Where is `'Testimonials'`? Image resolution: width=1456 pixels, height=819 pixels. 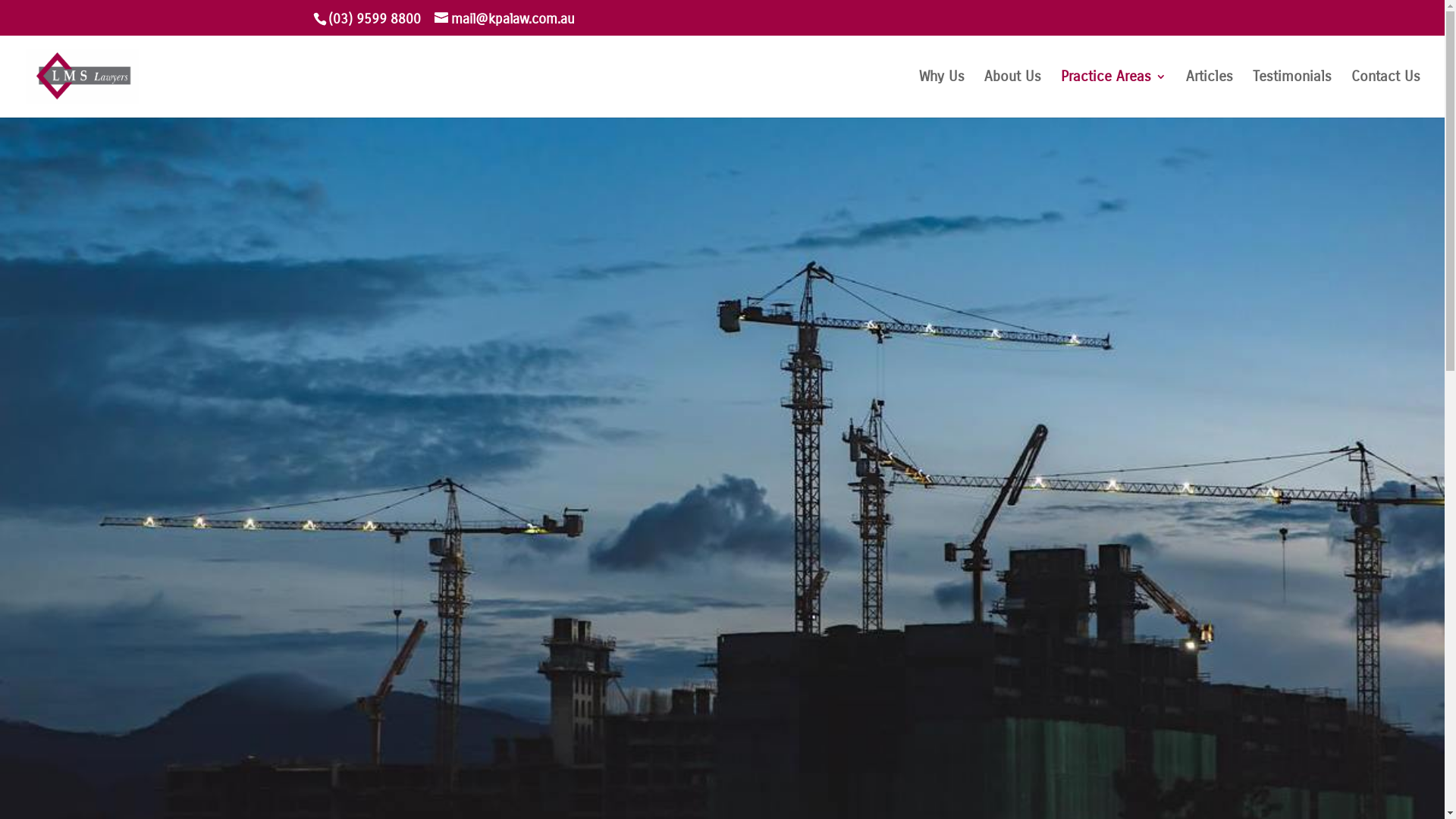
'Testimonials' is located at coordinates (1252, 94).